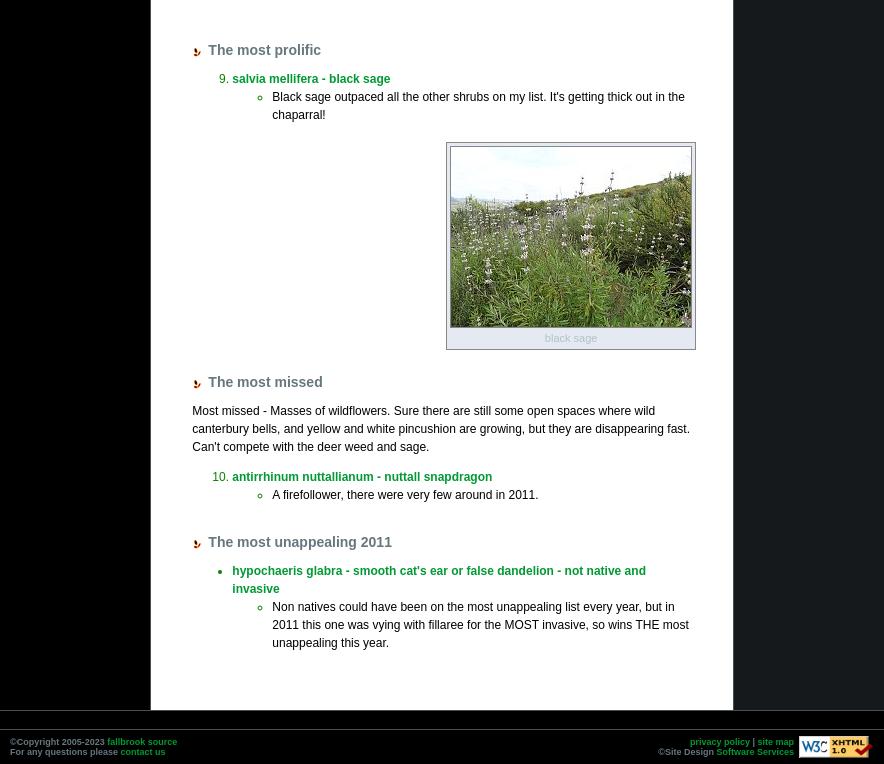  I want to click on 'antirrhinum nuttallianum - nuttall snapdragon', so click(360, 475).